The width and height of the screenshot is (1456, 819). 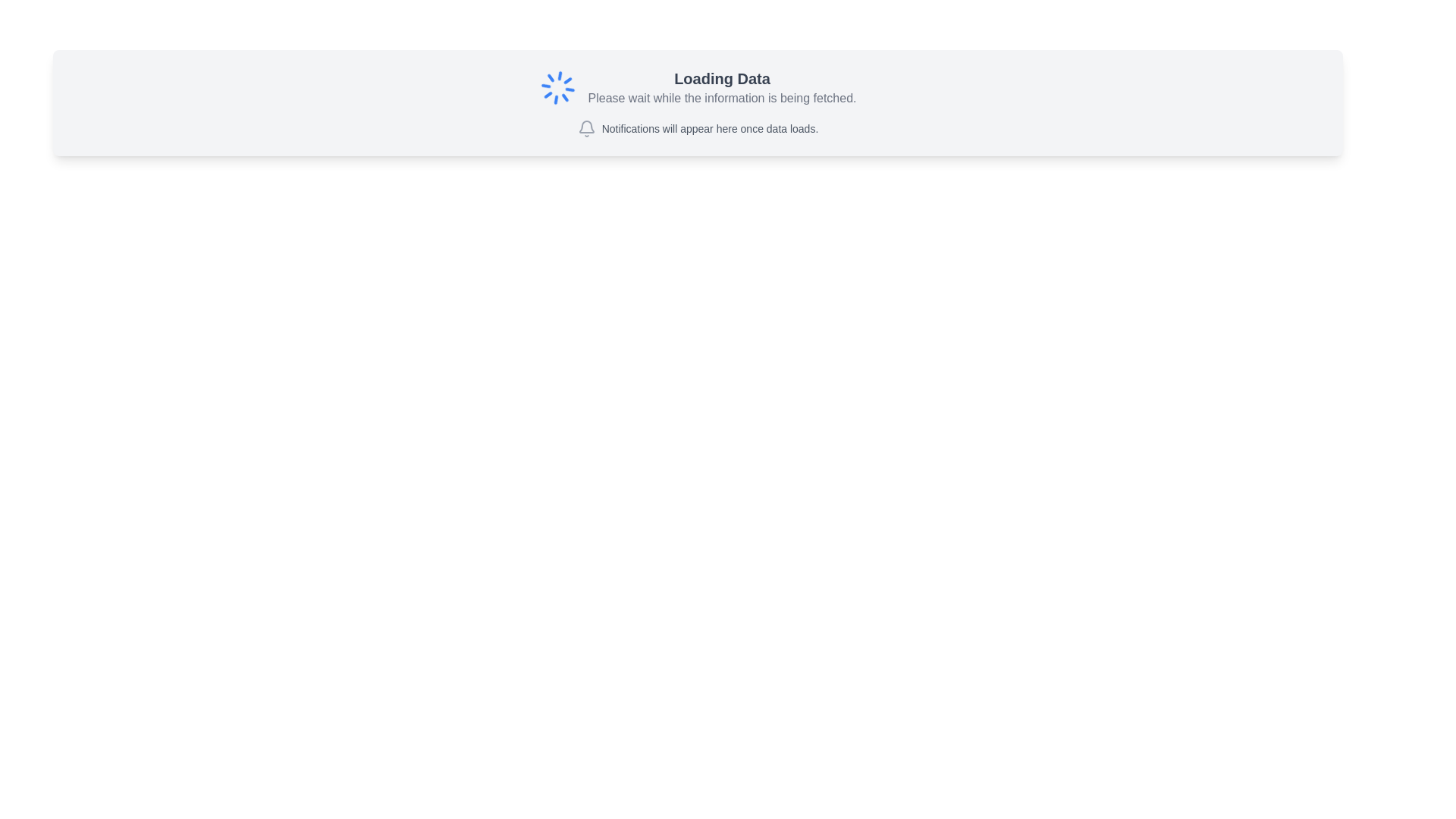 What do you see at coordinates (721, 87) in the screenshot?
I see `status message from the central text block that indicates data is currently being loaded` at bounding box center [721, 87].